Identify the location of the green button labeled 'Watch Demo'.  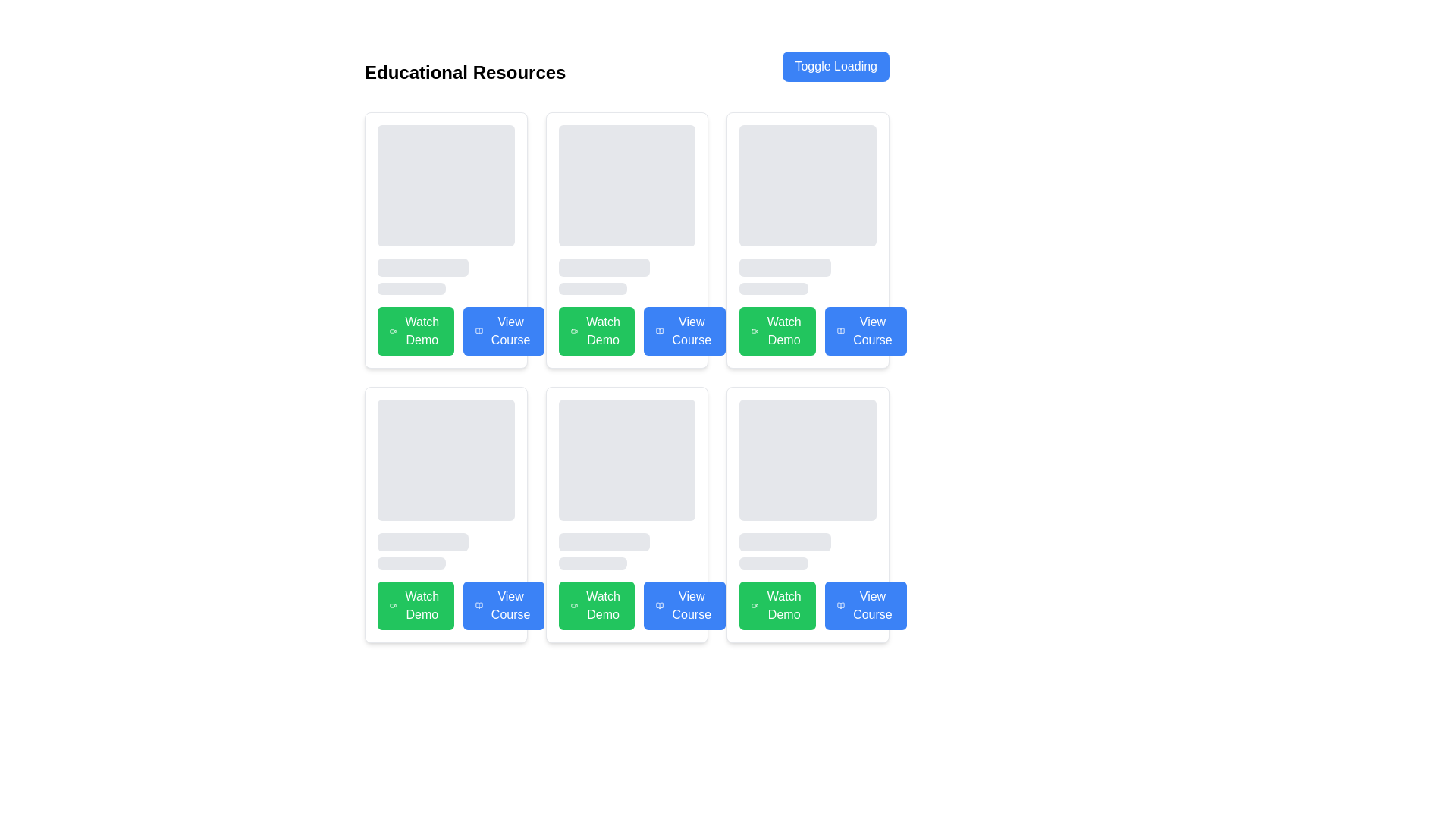
(626, 330).